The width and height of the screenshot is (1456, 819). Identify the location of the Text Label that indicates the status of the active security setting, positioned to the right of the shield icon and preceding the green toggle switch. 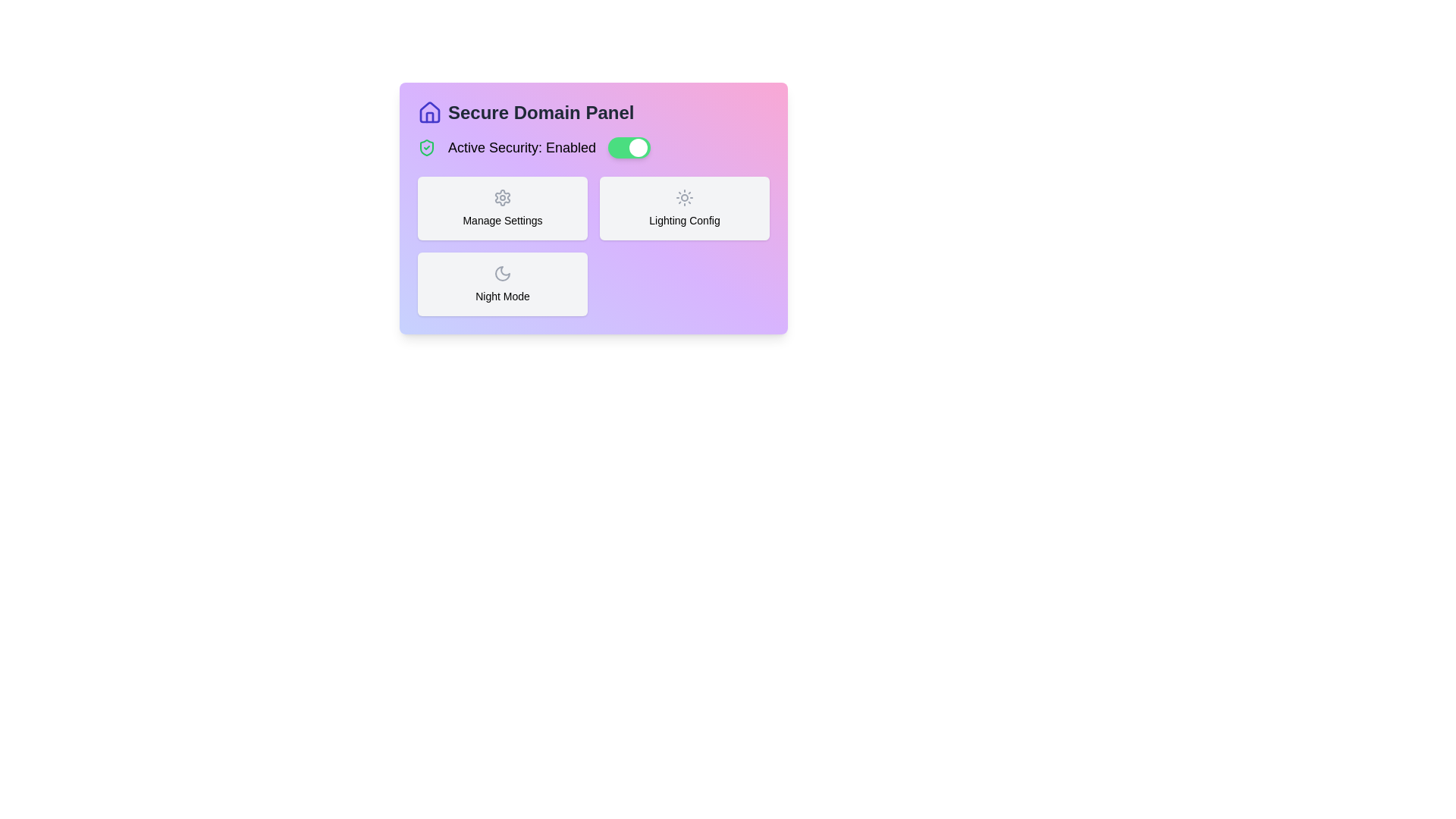
(522, 148).